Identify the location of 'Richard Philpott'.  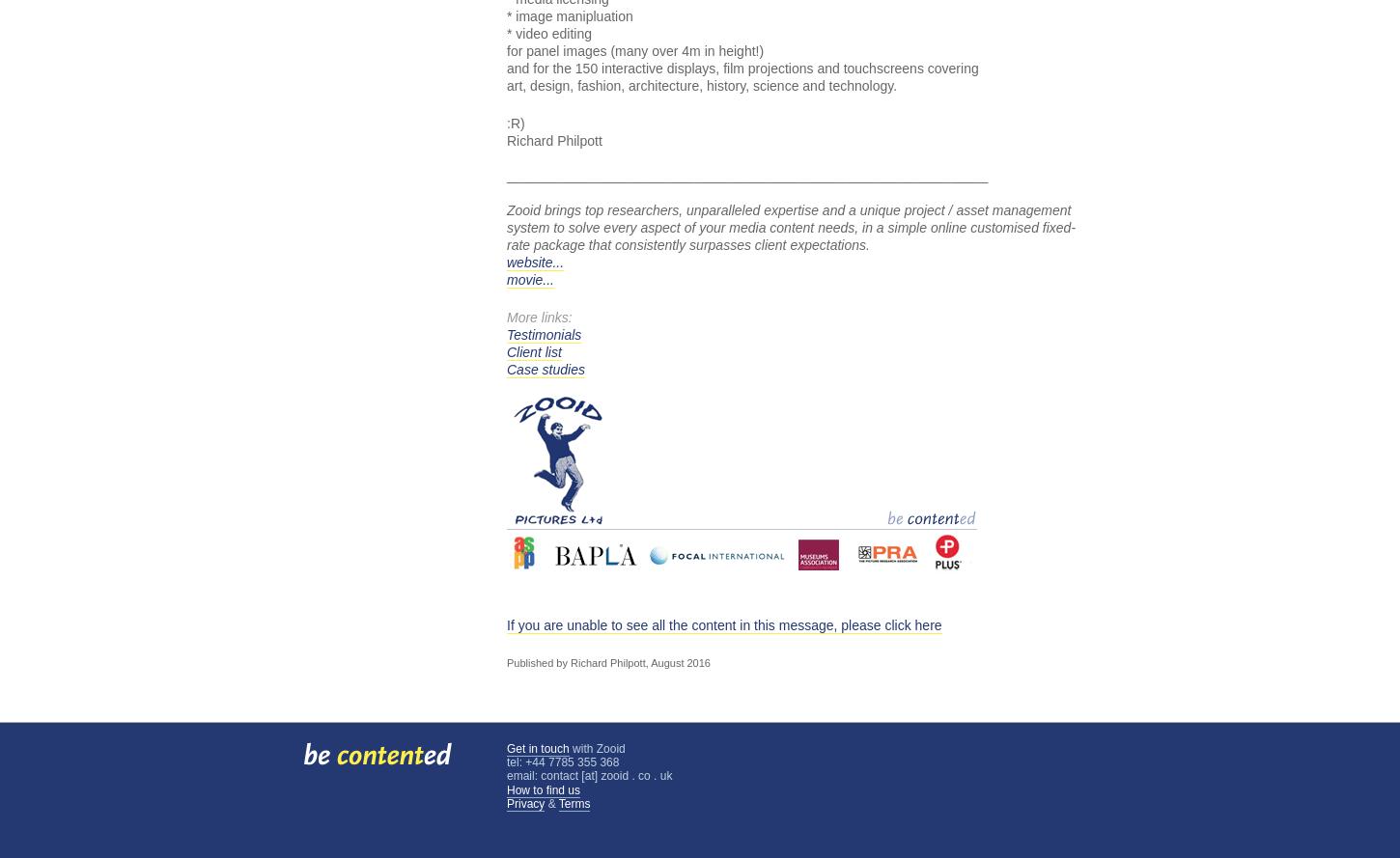
(554, 140).